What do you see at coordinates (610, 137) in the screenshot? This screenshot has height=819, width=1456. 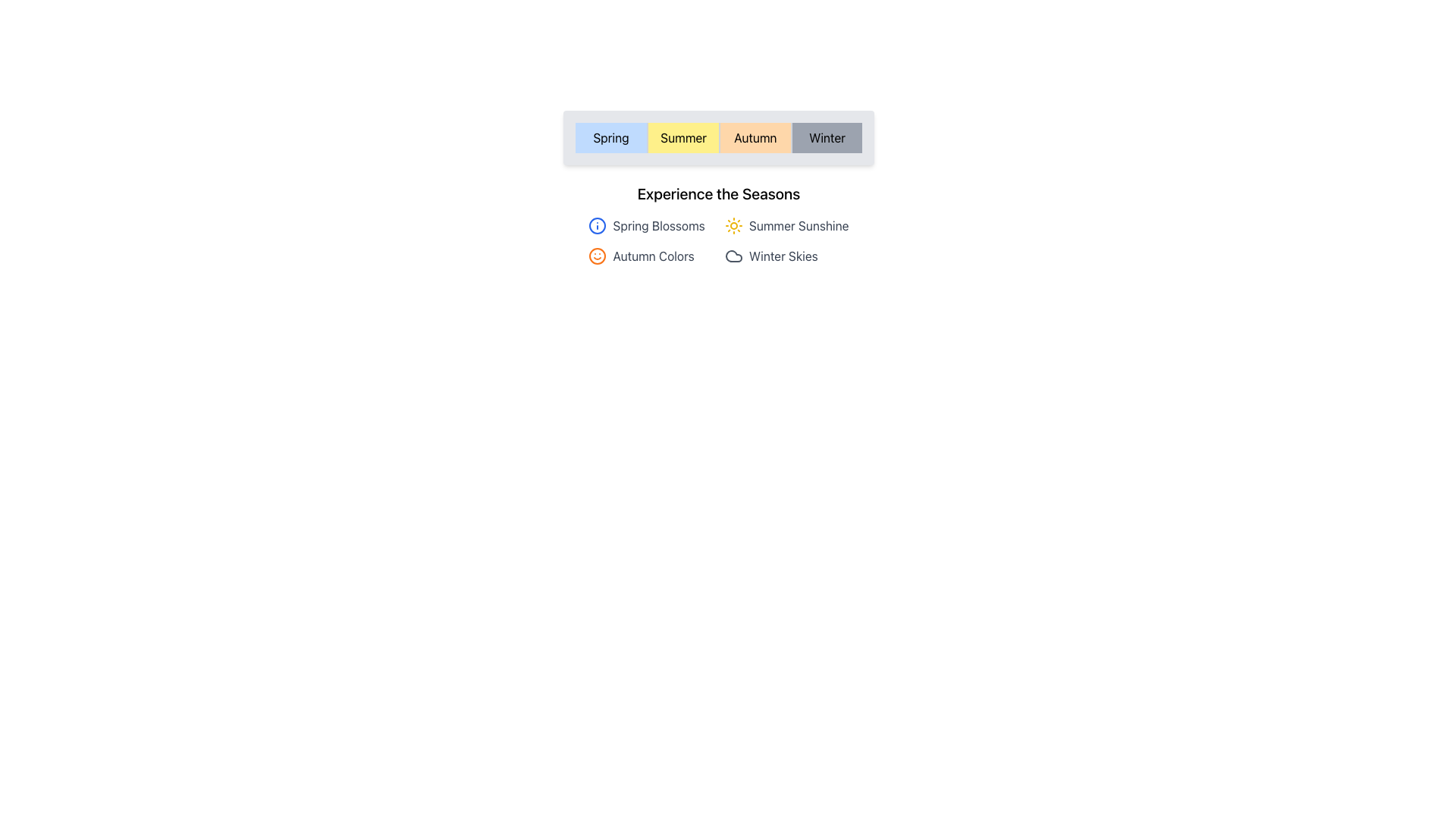 I see `the leftmost button labeled 'Spring' to activate its hover state` at bounding box center [610, 137].